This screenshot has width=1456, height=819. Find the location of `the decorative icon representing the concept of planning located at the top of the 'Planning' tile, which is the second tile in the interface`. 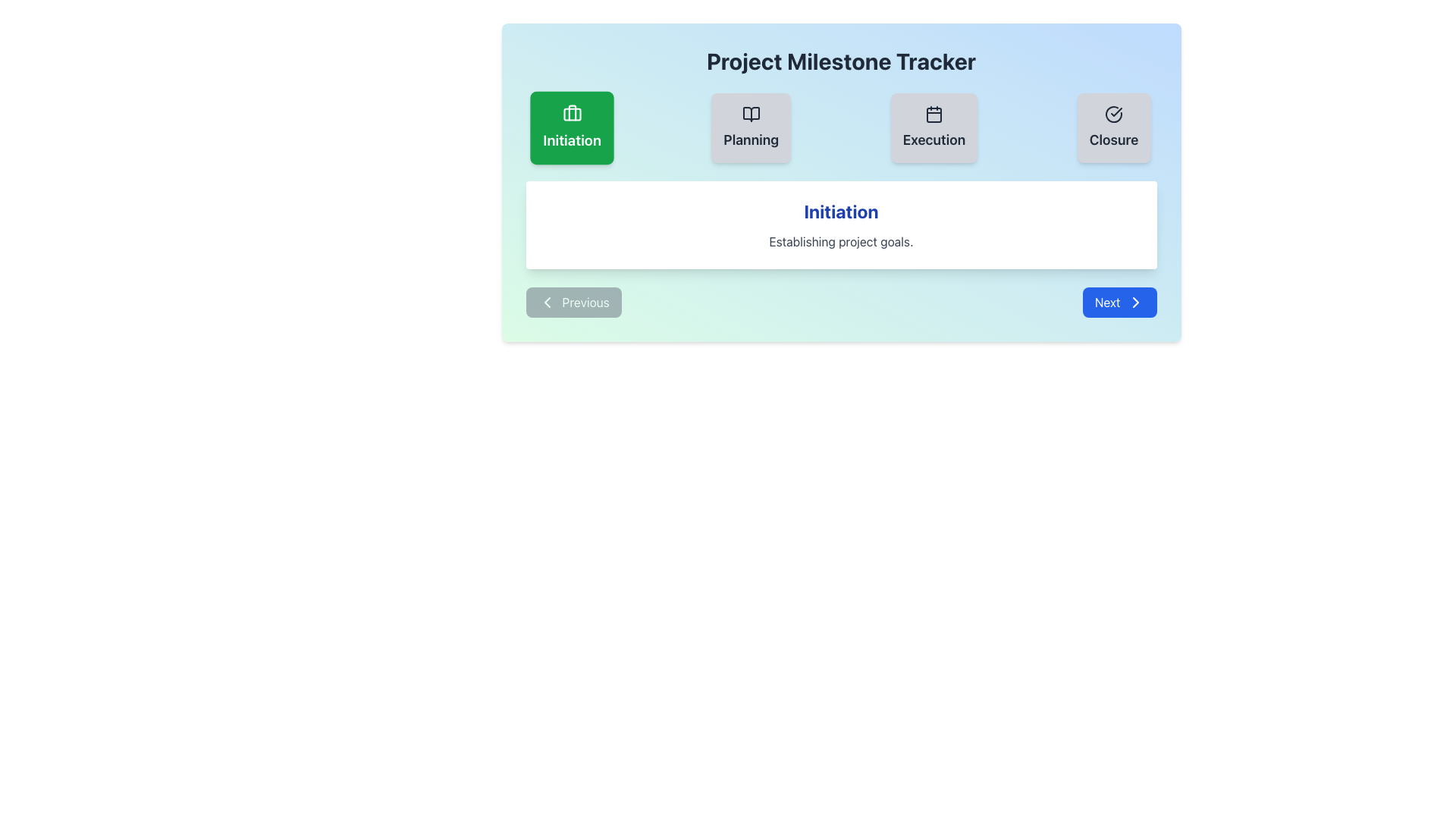

the decorative icon representing the concept of planning located at the top of the 'Planning' tile, which is the second tile in the interface is located at coordinates (751, 113).